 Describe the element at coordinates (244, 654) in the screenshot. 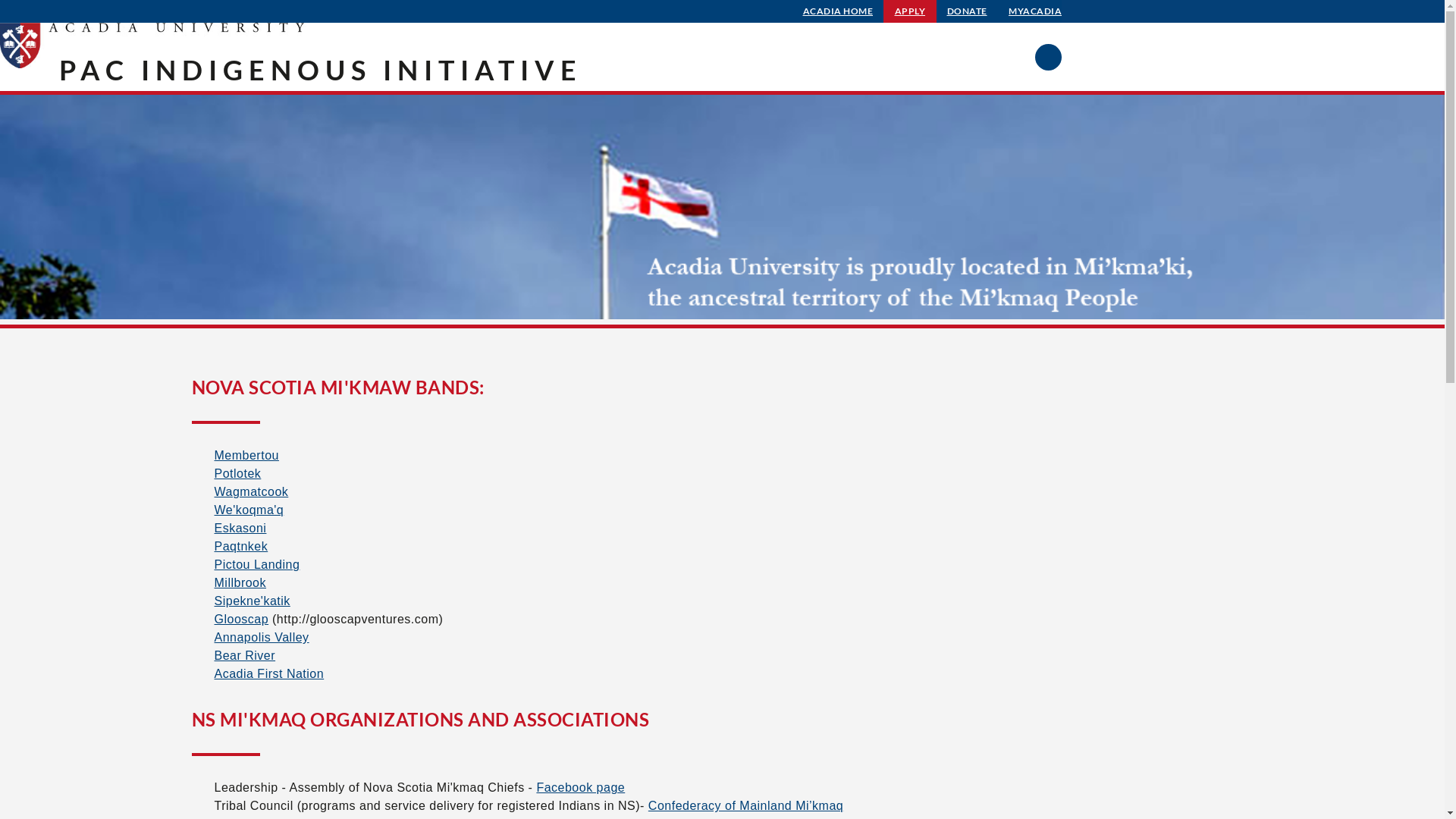

I see `'Bear River'` at that location.